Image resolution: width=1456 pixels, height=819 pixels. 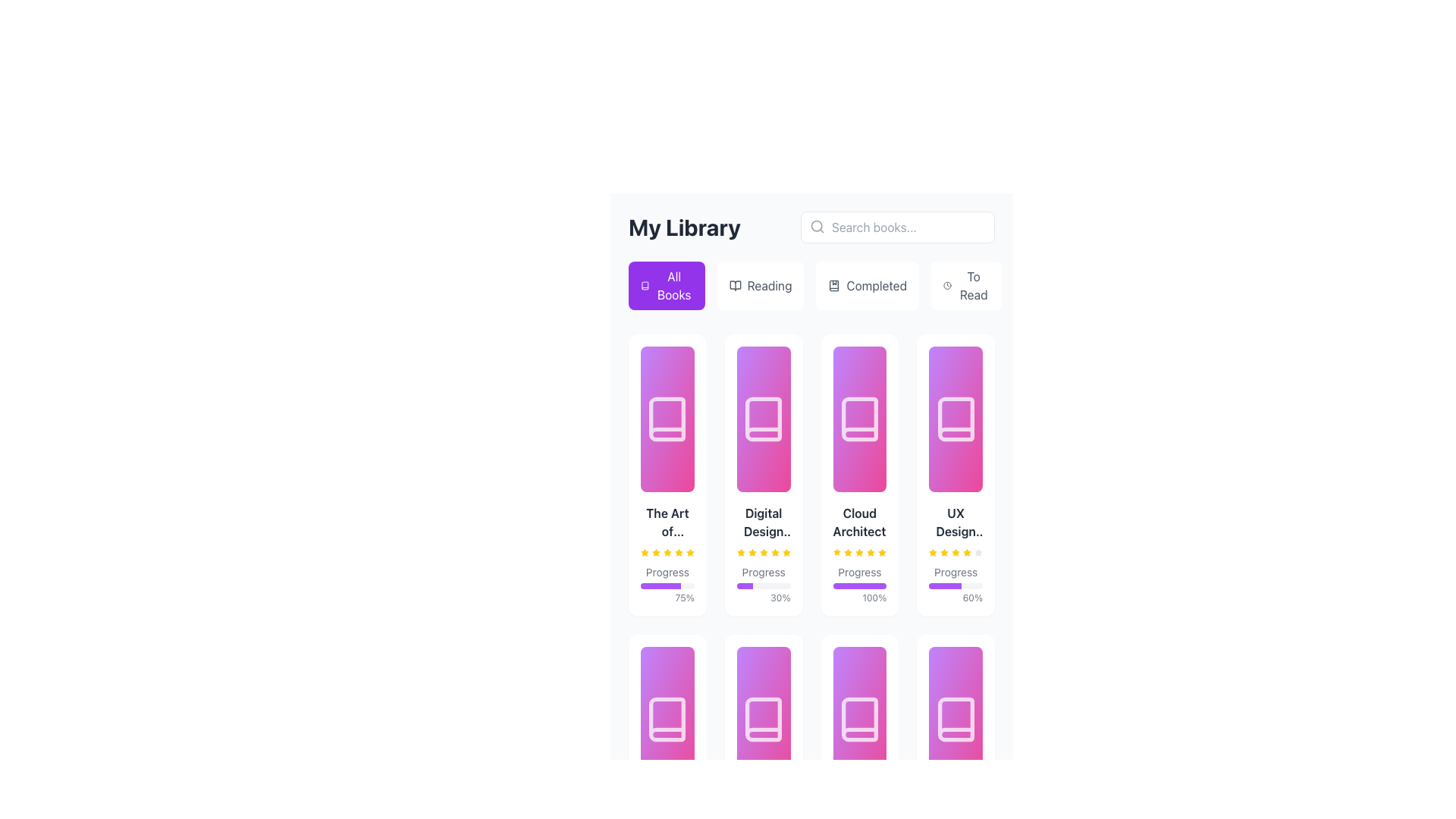 I want to click on the book icon representing 'UX Design' located in the fourth card of the first row under the 'My Library' header, so click(x=955, y=419).